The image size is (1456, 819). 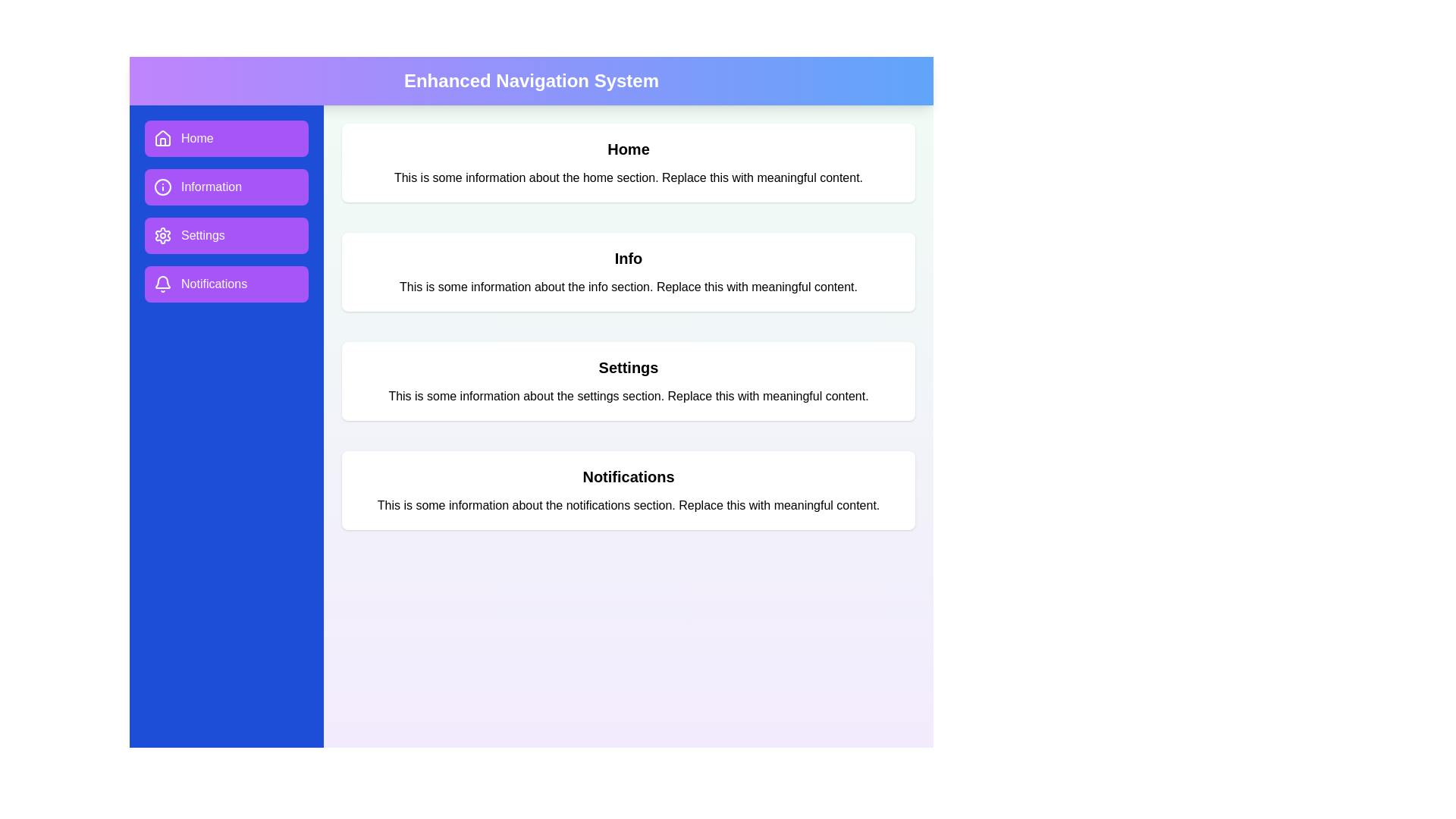 What do you see at coordinates (163, 236) in the screenshot?
I see `the gear icon in the vertical sidebar menu` at bounding box center [163, 236].